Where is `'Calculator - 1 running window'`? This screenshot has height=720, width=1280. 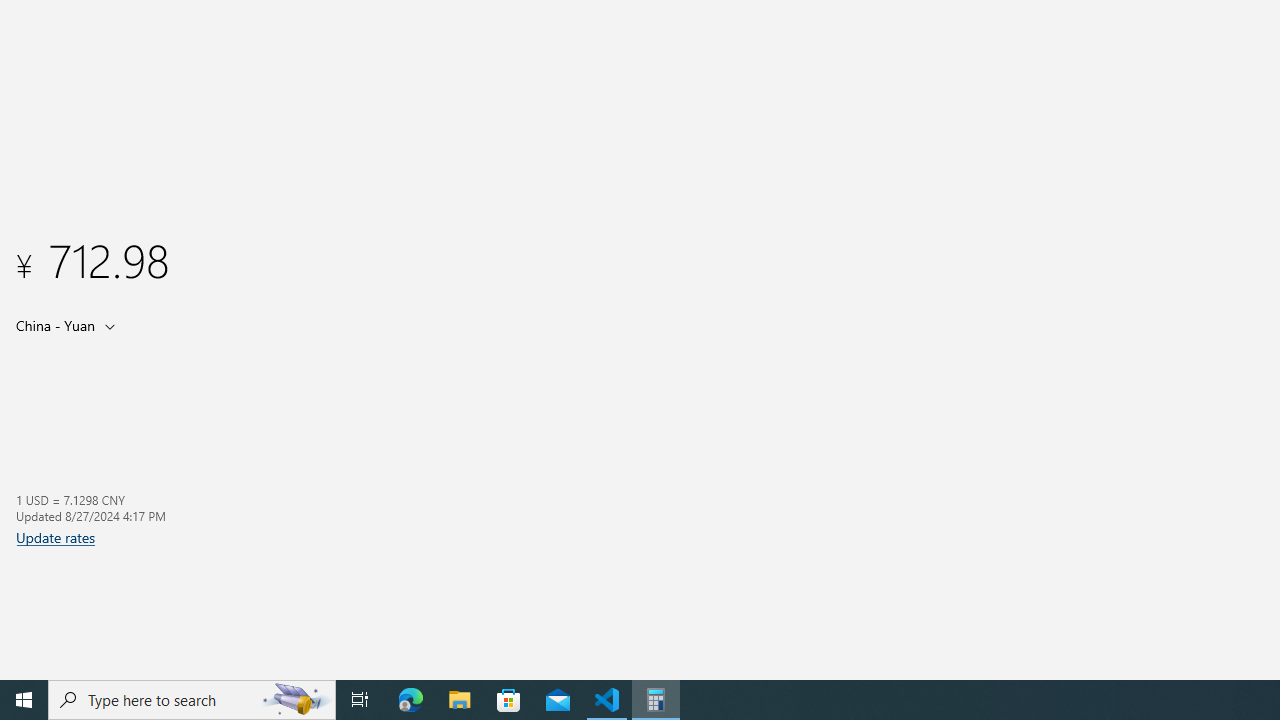 'Calculator - 1 running window' is located at coordinates (656, 698).